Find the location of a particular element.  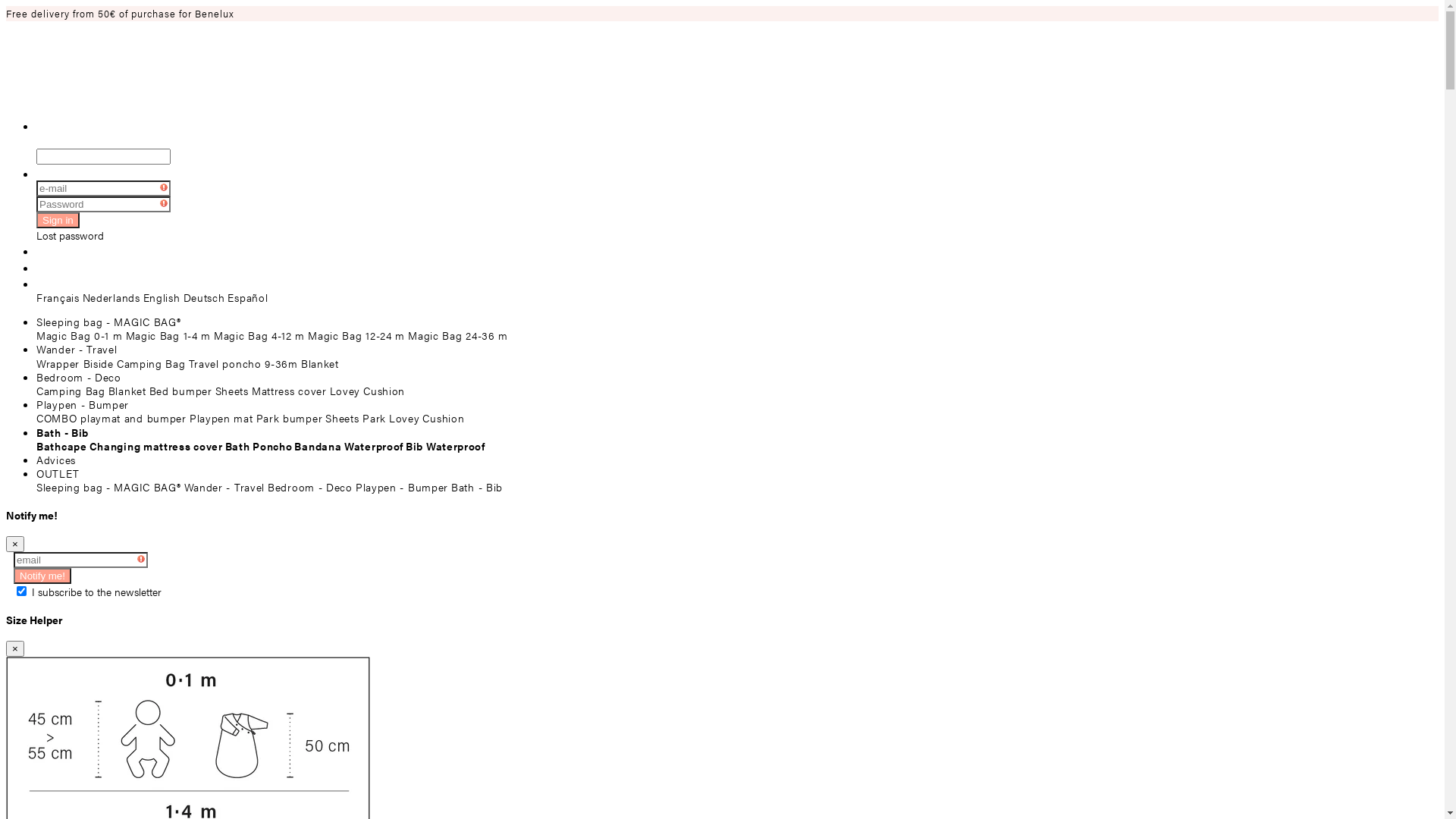

'Sign in' is located at coordinates (58, 220).